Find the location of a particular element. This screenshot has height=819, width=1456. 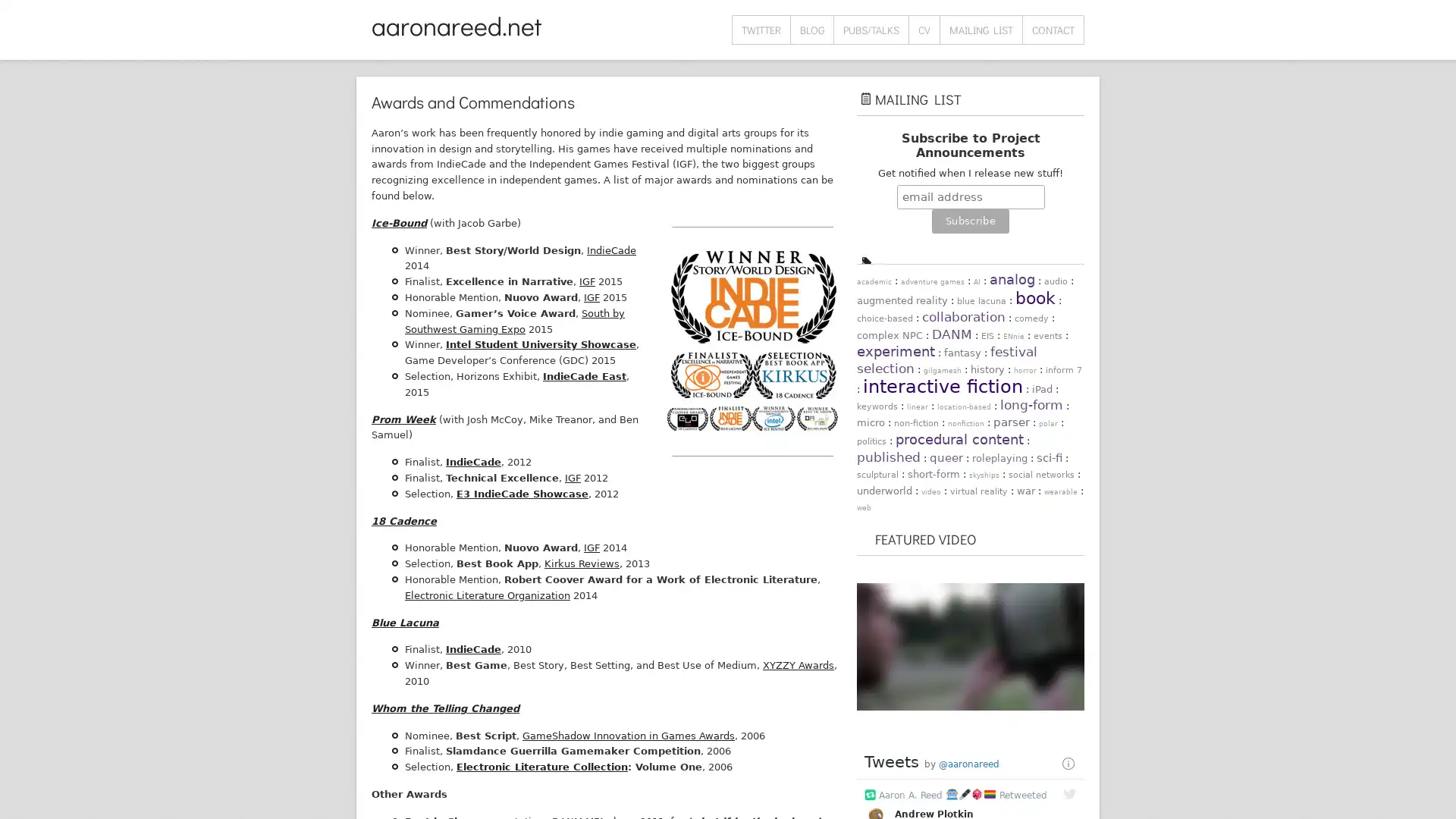

Subscribe is located at coordinates (969, 221).